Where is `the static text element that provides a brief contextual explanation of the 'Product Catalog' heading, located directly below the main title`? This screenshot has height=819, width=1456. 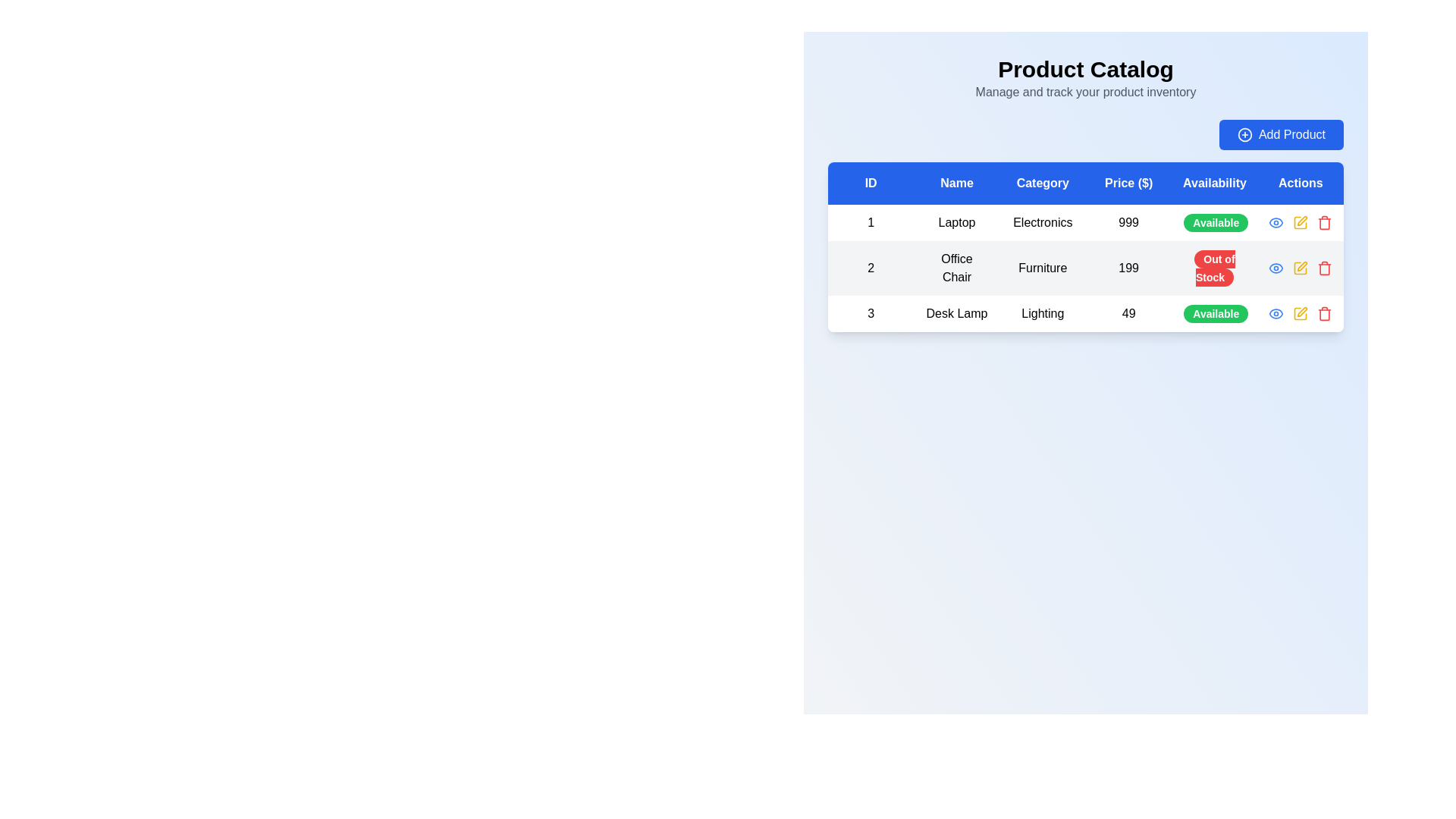
the static text element that provides a brief contextual explanation of the 'Product Catalog' heading, located directly below the main title is located at coordinates (1084, 93).